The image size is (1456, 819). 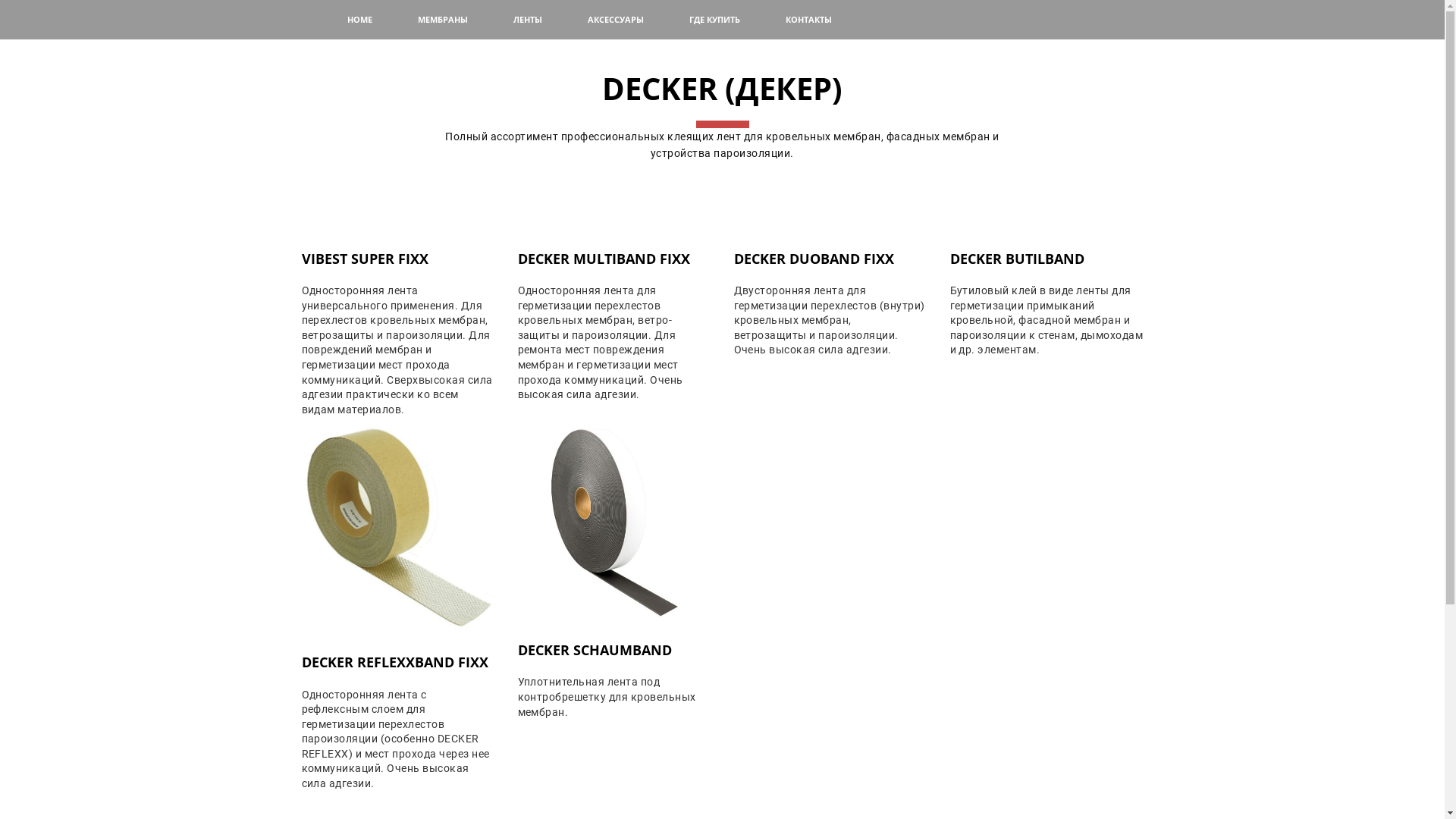 I want to click on 'HOME', so click(x=359, y=20).